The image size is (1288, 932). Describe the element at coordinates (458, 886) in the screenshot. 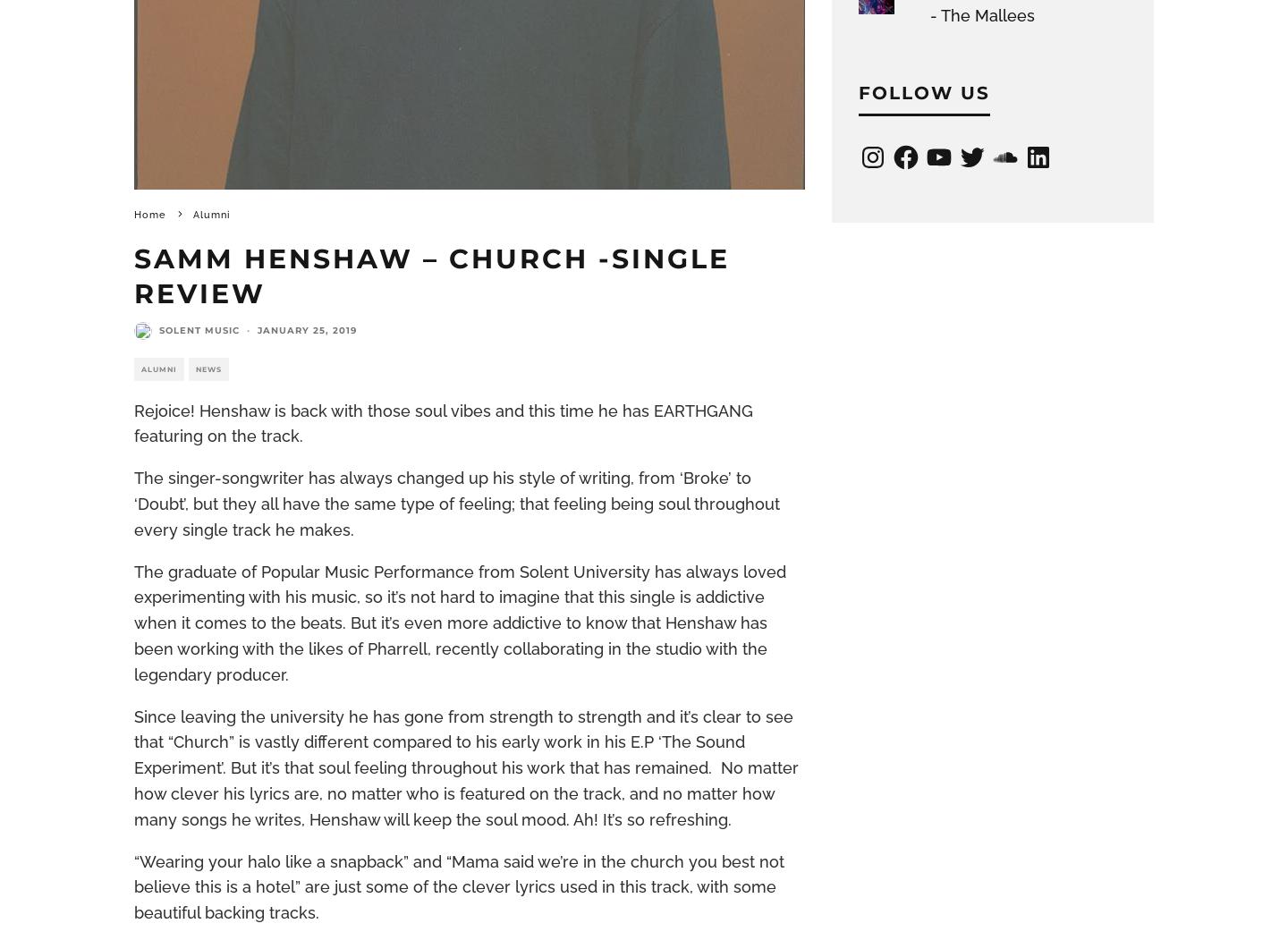

I see `'“Wearing your halo like a snapback” and “Mama said we’re in
the church you best not believe this is a hotel” are just some of the clever
lyrics used in this track, with some beautiful backing tracks.'` at that location.